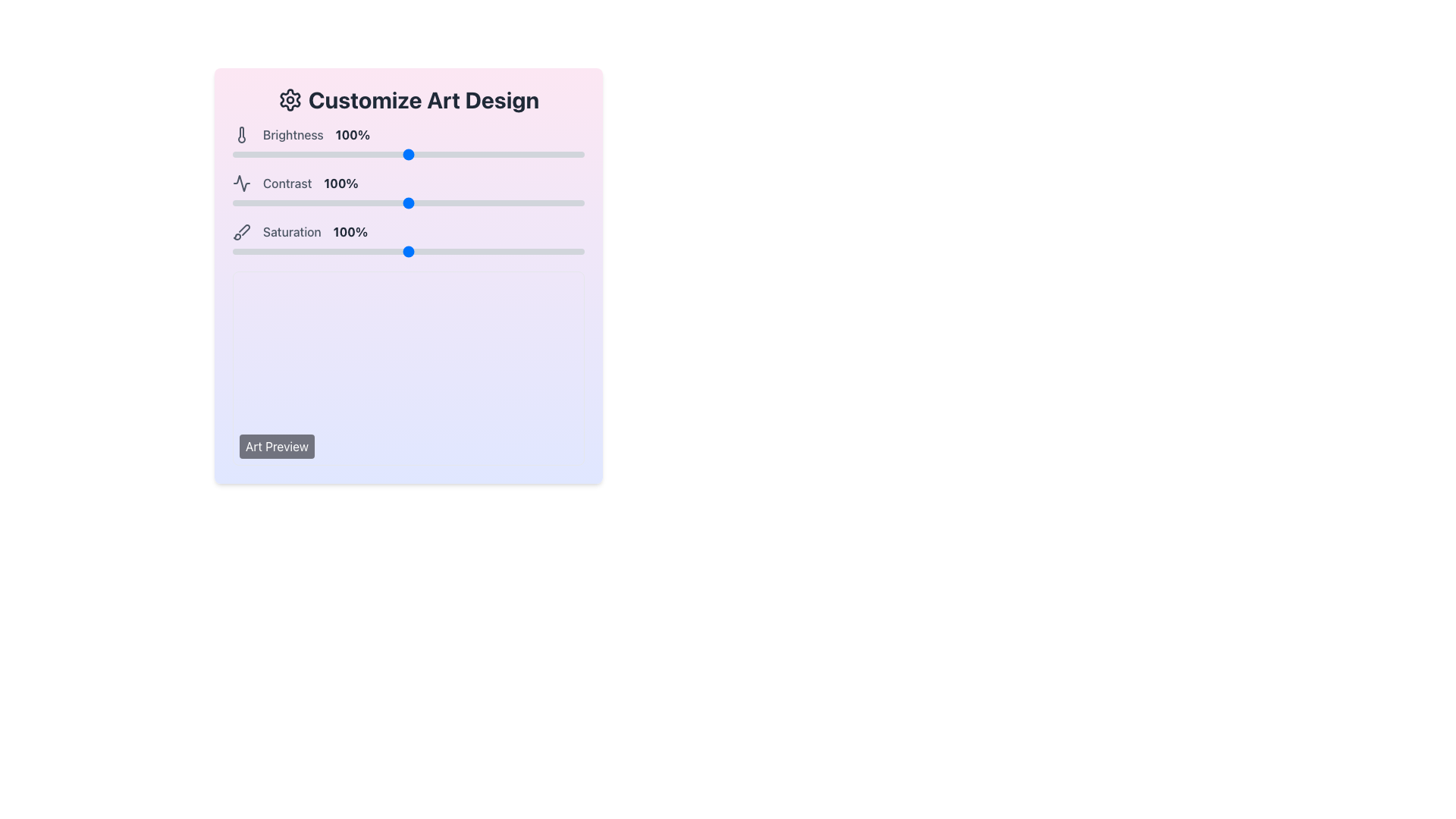 The width and height of the screenshot is (1456, 819). Describe the element at coordinates (408, 202) in the screenshot. I see `the thumb of the contrast range slider located beneath the 'Contrast' label and the '100%' value text` at that location.